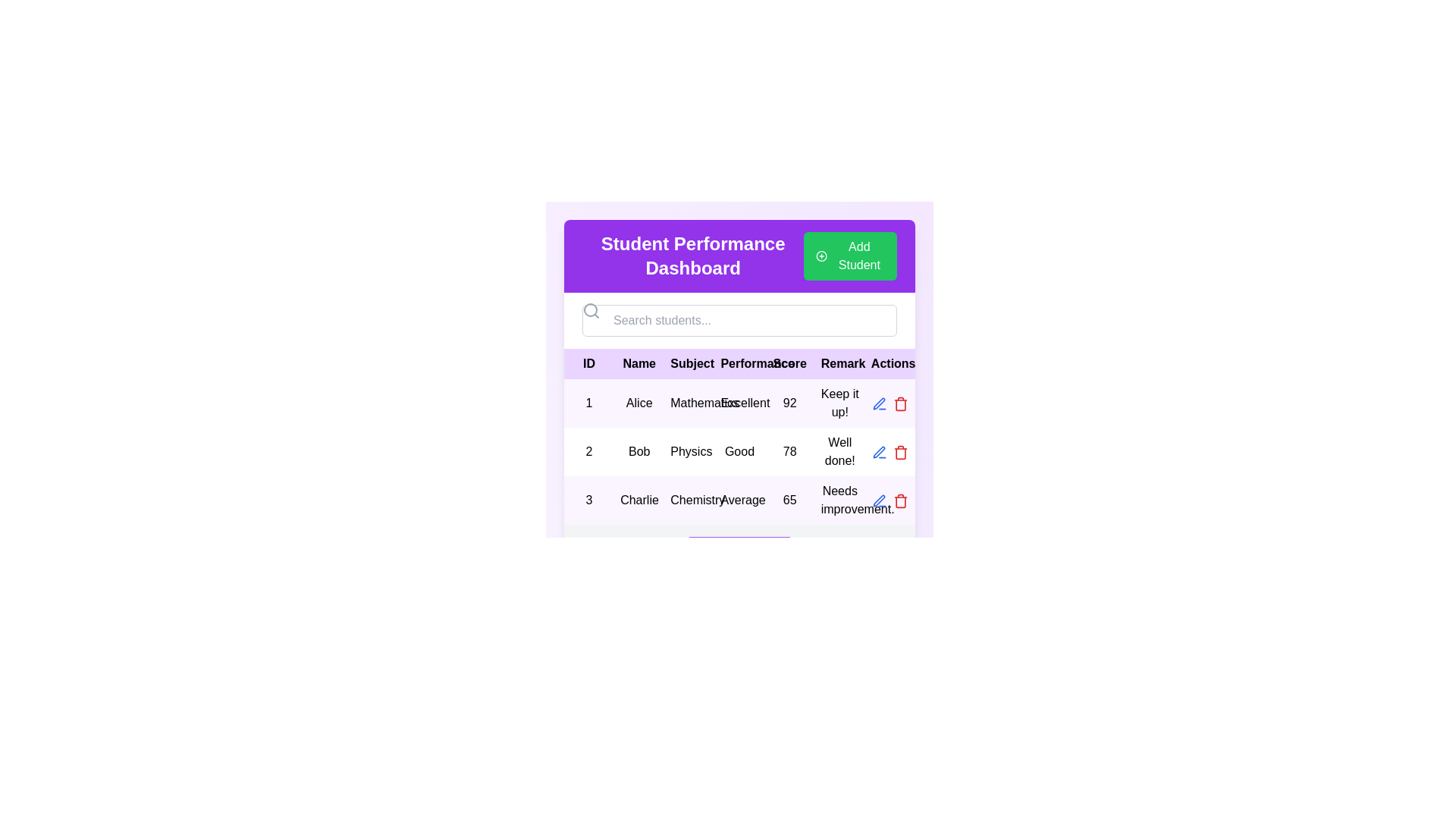  What do you see at coordinates (689, 403) in the screenshot?
I see `the static text label indicating the subject name 'Mathematics' in the third column of the first row of the table` at bounding box center [689, 403].